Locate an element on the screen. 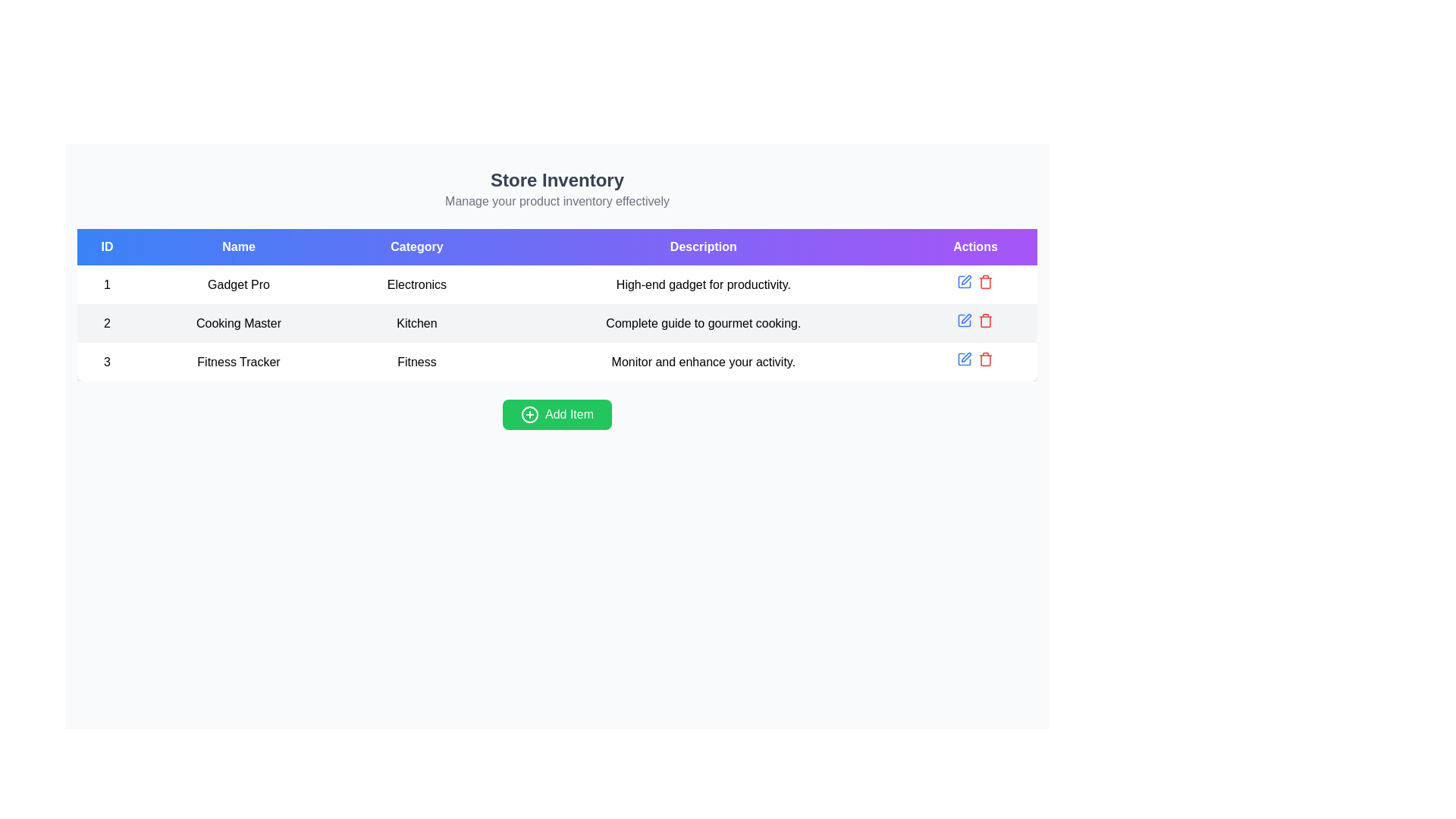 Image resolution: width=1456 pixels, height=819 pixels. the trash bin icon in the 'Actions' column of the last row labeled 'Fitness Tracker' is located at coordinates (986, 359).